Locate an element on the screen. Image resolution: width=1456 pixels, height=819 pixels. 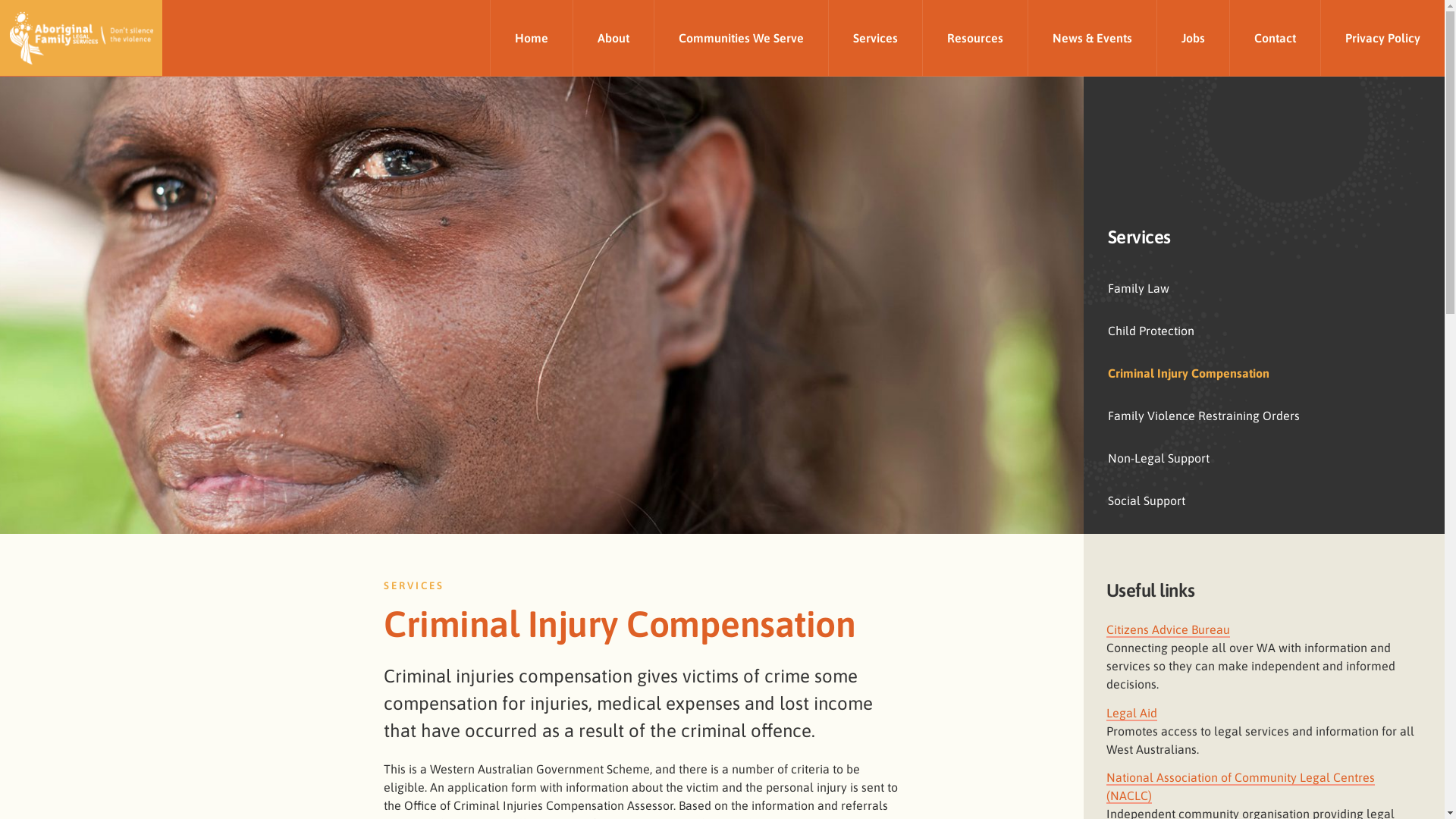
'Legal Aid' is located at coordinates (1131, 714).